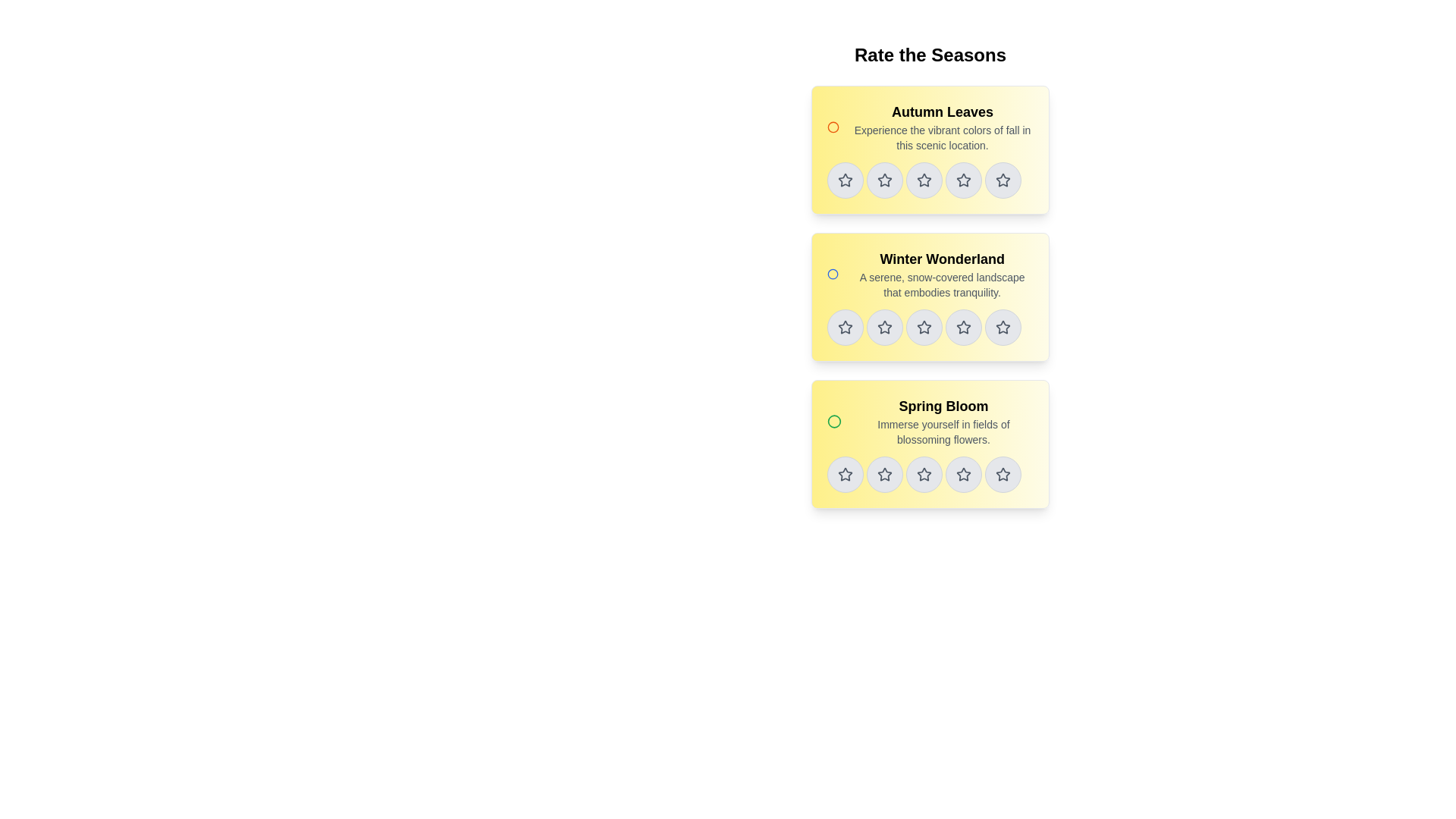 This screenshot has width=1456, height=819. Describe the element at coordinates (832, 275) in the screenshot. I see `the decorative marker icon that visually indicates the 'Winter Wonderland' option in the vertical stack of seasonal descriptions` at that location.